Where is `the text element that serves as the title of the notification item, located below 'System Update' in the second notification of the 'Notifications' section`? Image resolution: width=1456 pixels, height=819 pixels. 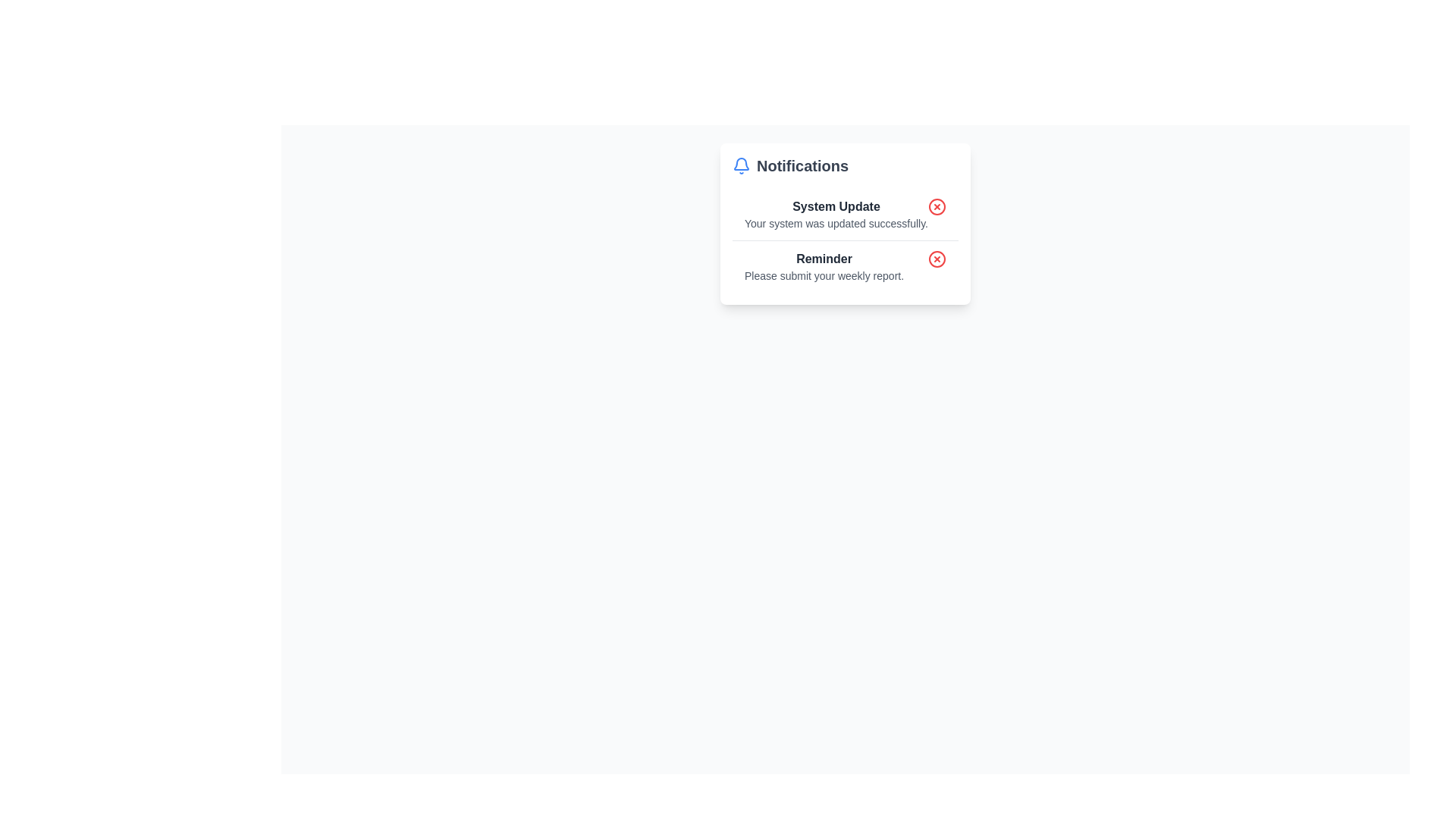
the text element that serves as the title of the notification item, located below 'System Update' in the second notification of the 'Notifications' section is located at coordinates (824, 259).